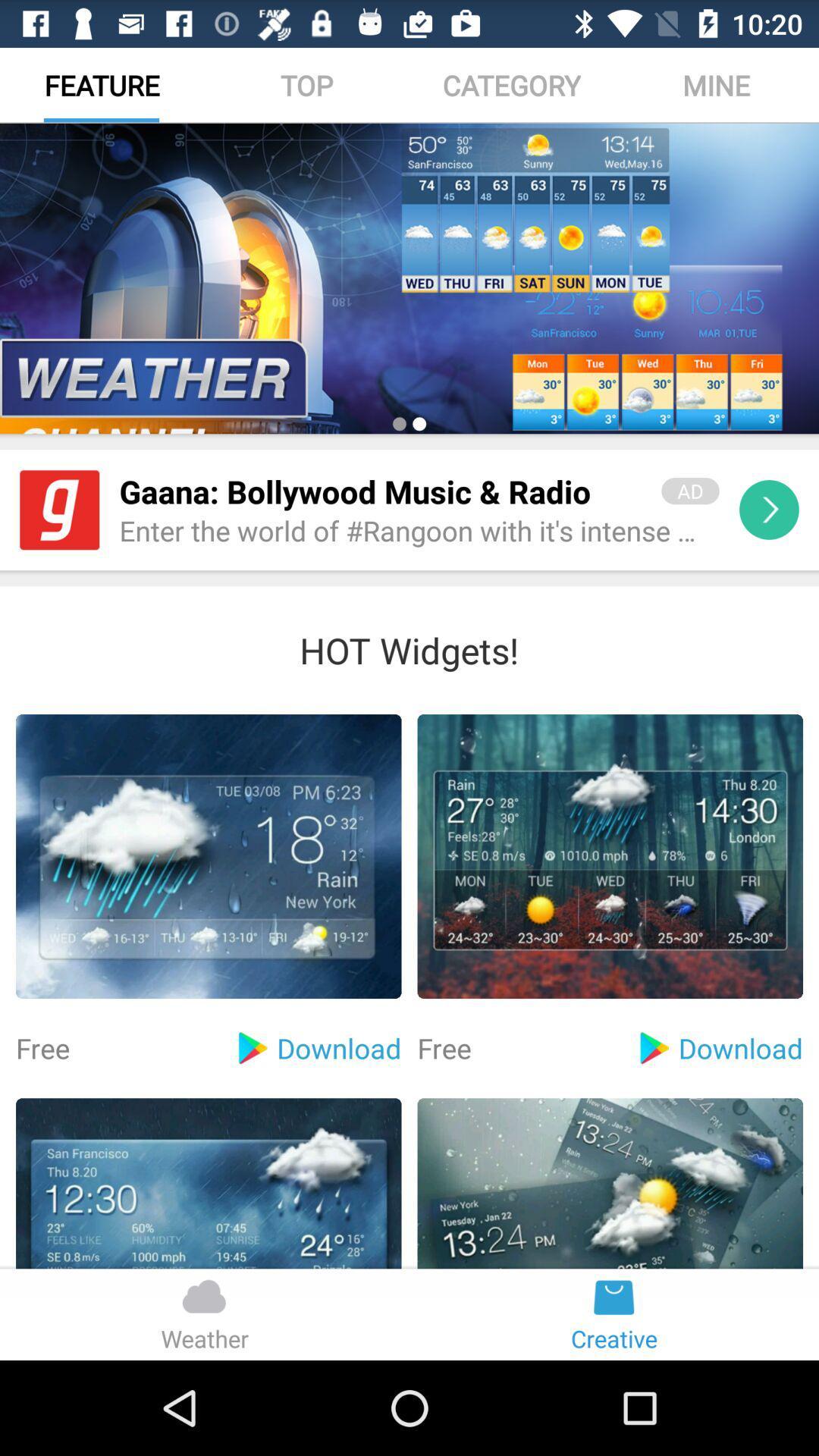 The width and height of the screenshot is (819, 1456). I want to click on the enter the world icon, so click(419, 532).